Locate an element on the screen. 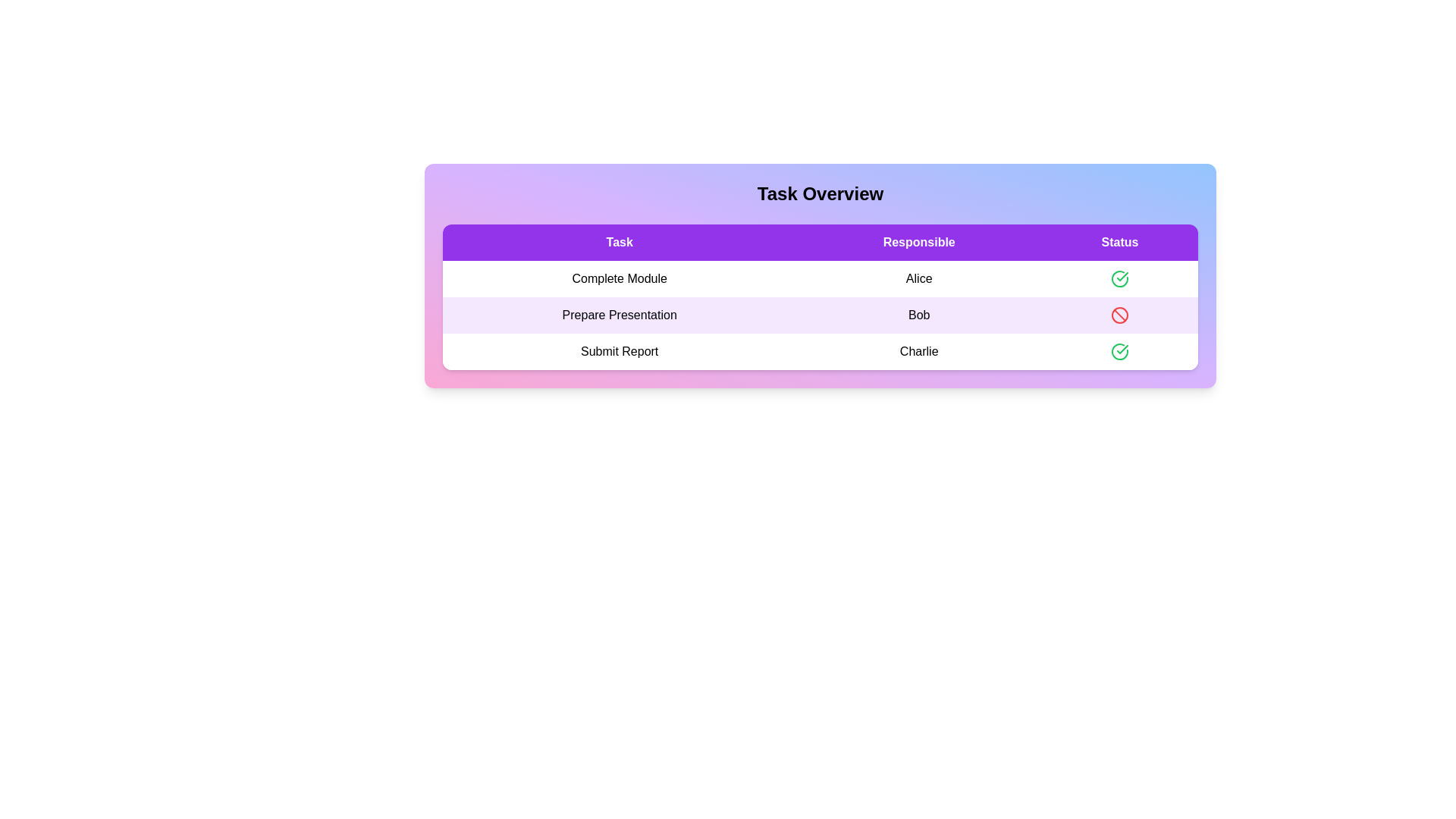 This screenshot has height=819, width=1456. the green checkmark icon in the status column of the table, located in the last row corresponding to the 'Submit Report' task is located at coordinates (1120, 278).